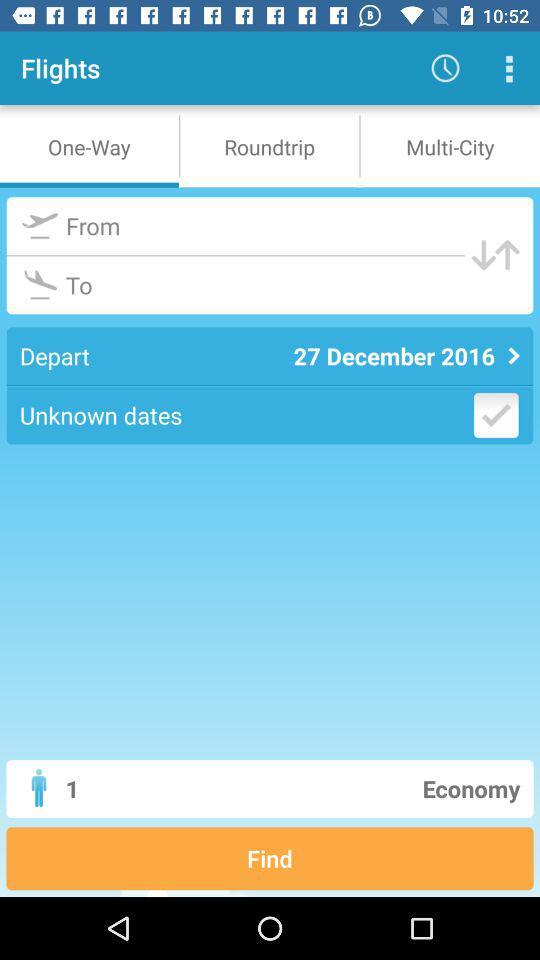  What do you see at coordinates (345, 788) in the screenshot?
I see `item next to the 1` at bounding box center [345, 788].